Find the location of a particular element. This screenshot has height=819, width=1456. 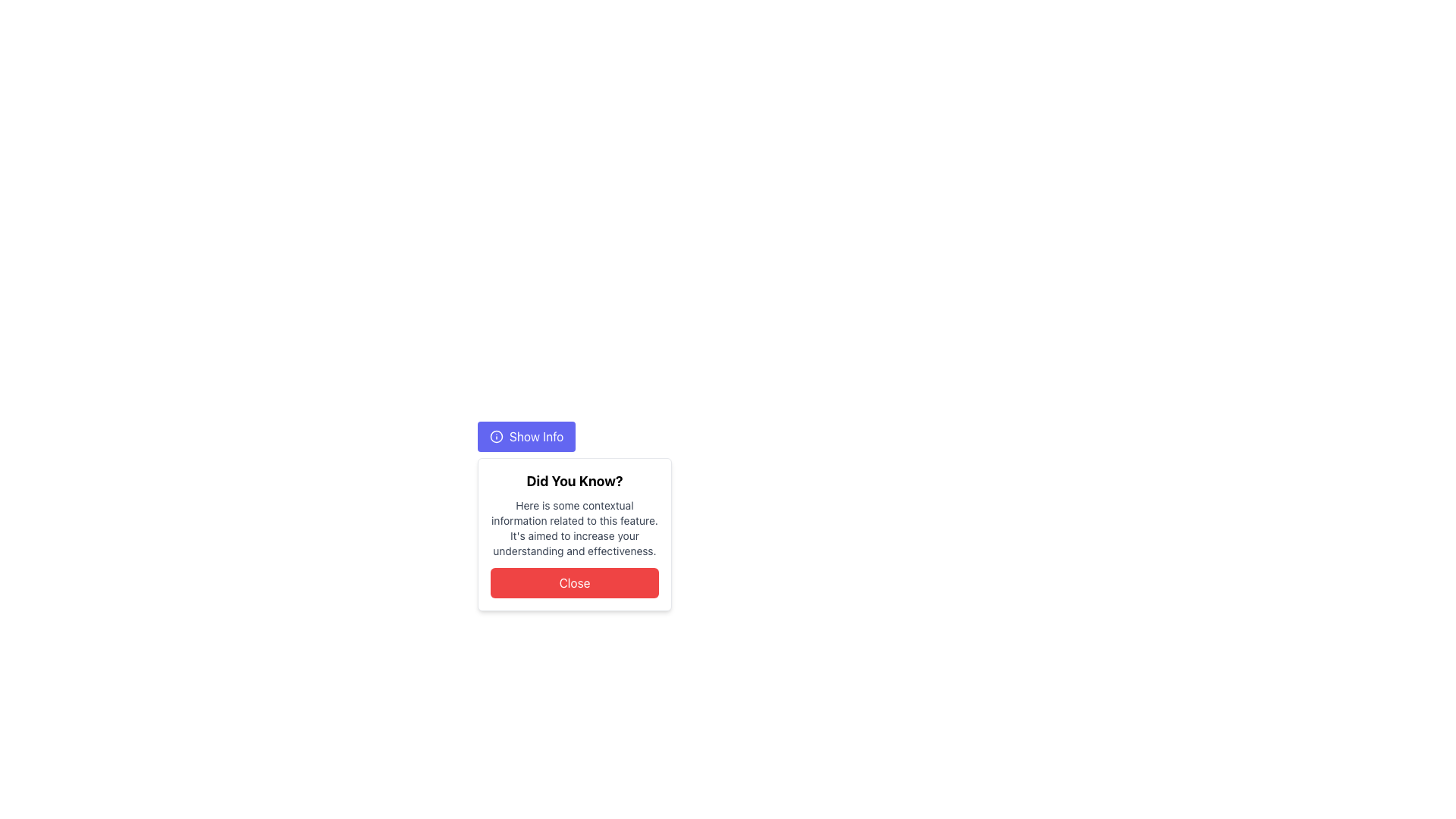

the rectangular blue button with rounded corners labeled 'Show Info' is located at coordinates (526, 436).